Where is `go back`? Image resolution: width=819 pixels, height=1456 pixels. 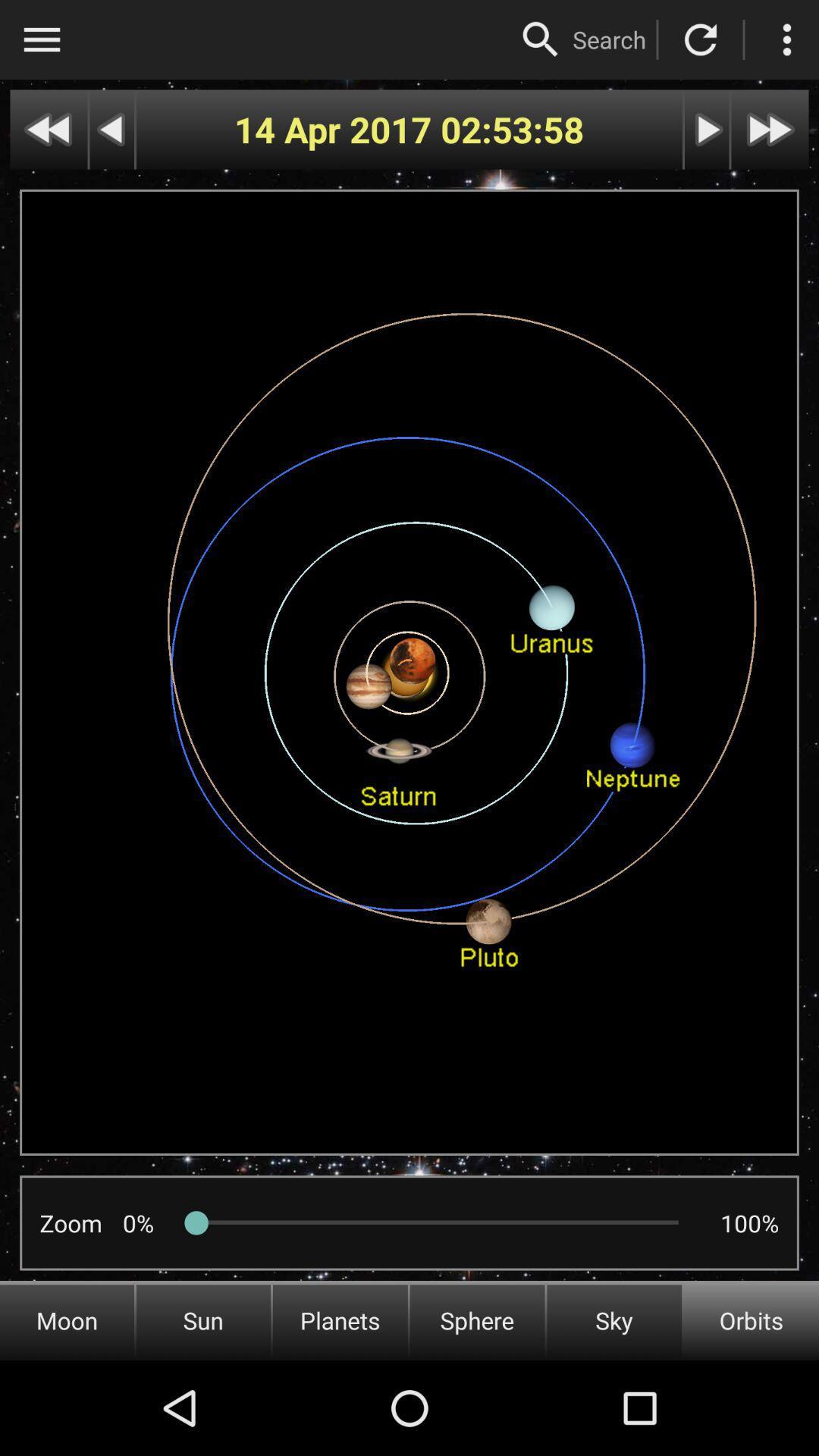
go back is located at coordinates (111, 130).